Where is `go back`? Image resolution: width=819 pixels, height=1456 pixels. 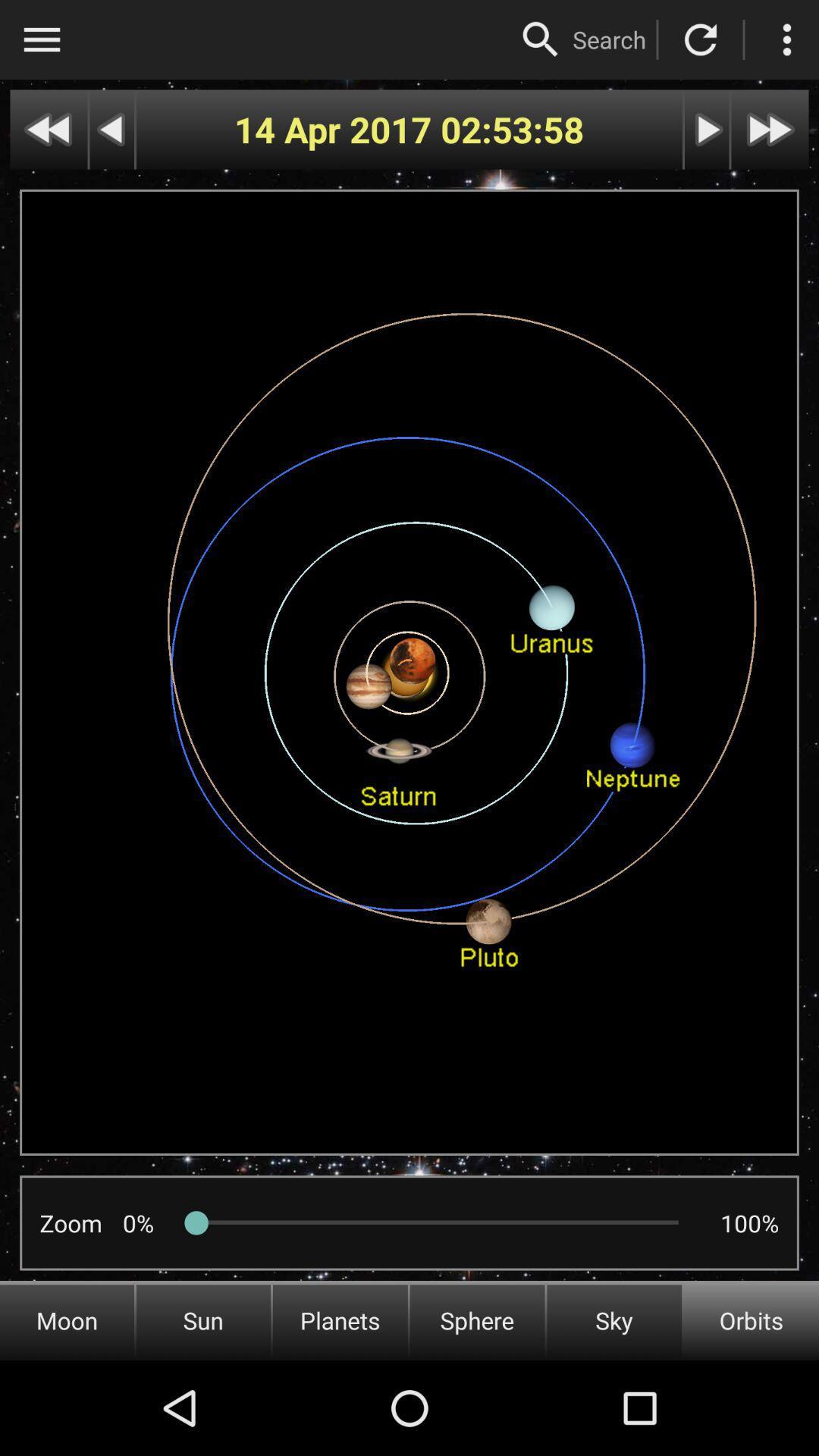
go back is located at coordinates (111, 130).